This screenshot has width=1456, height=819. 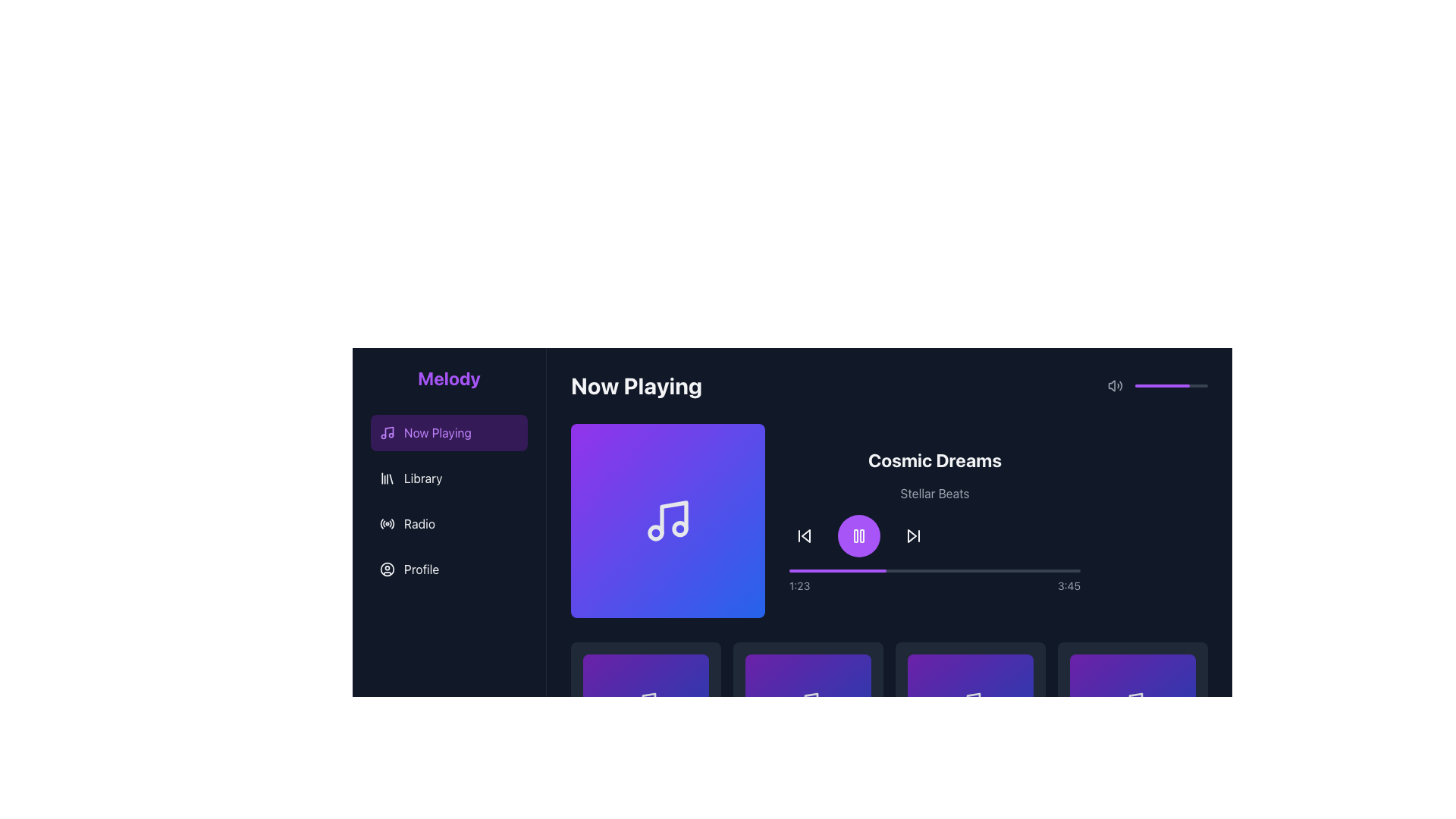 I want to click on the text label providing additional contextual information about 'Cosmic Dreams', located centrally underneath it, so click(x=934, y=494).